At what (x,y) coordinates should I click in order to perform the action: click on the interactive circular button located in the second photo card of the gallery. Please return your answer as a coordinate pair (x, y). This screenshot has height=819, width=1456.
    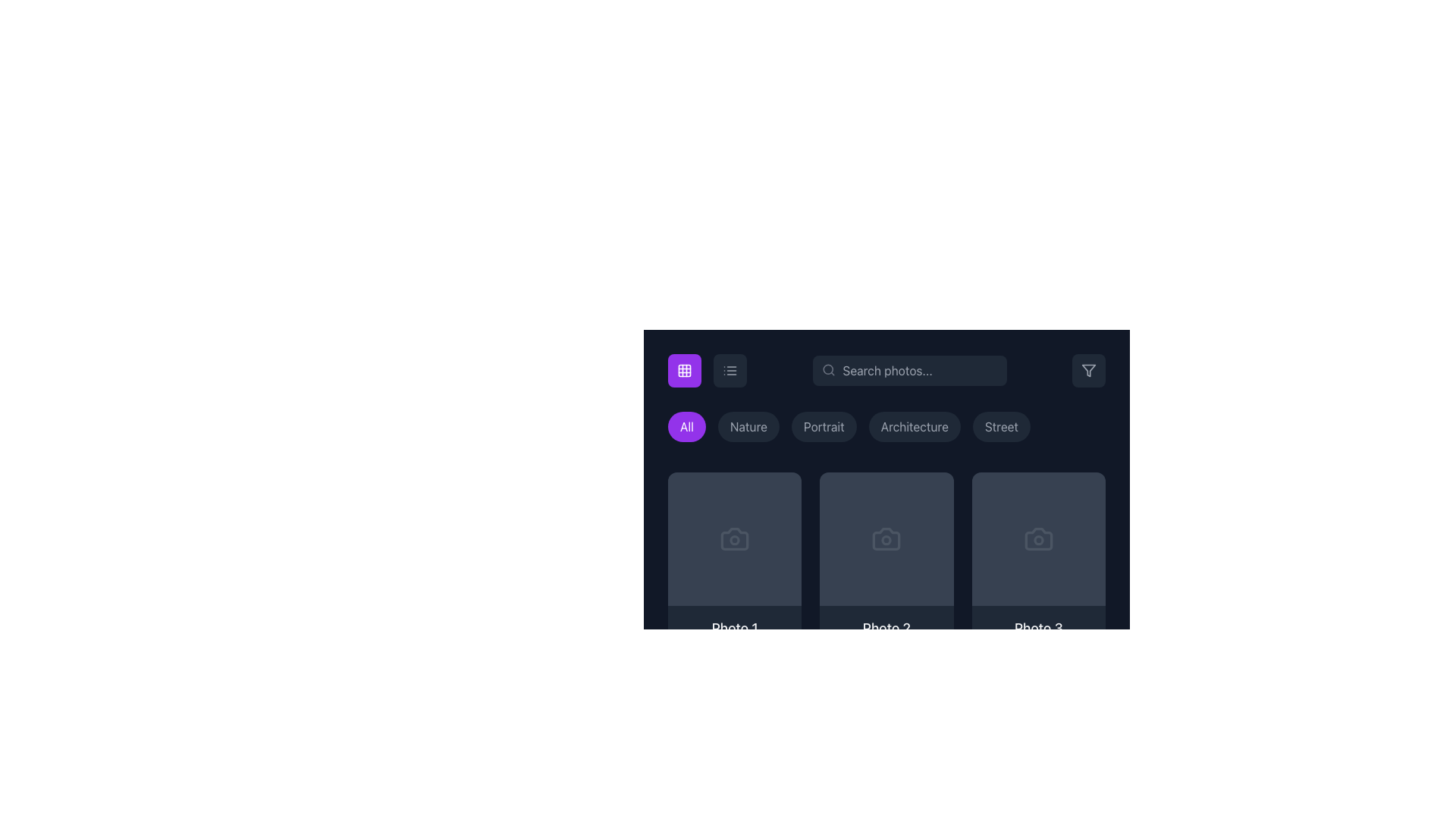
    Looking at the image, I should click on (846, 538).